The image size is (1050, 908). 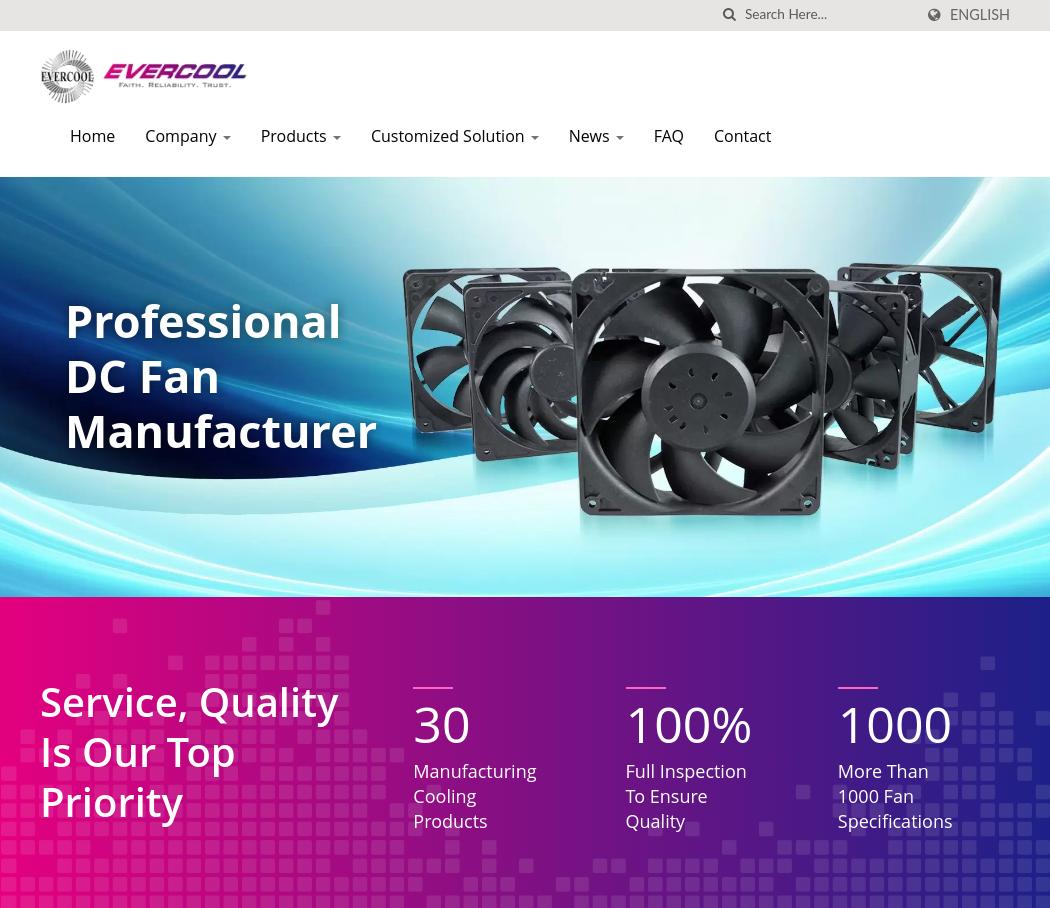 What do you see at coordinates (893, 724) in the screenshot?
I see `'1000'` at bounding box center [893, 724].